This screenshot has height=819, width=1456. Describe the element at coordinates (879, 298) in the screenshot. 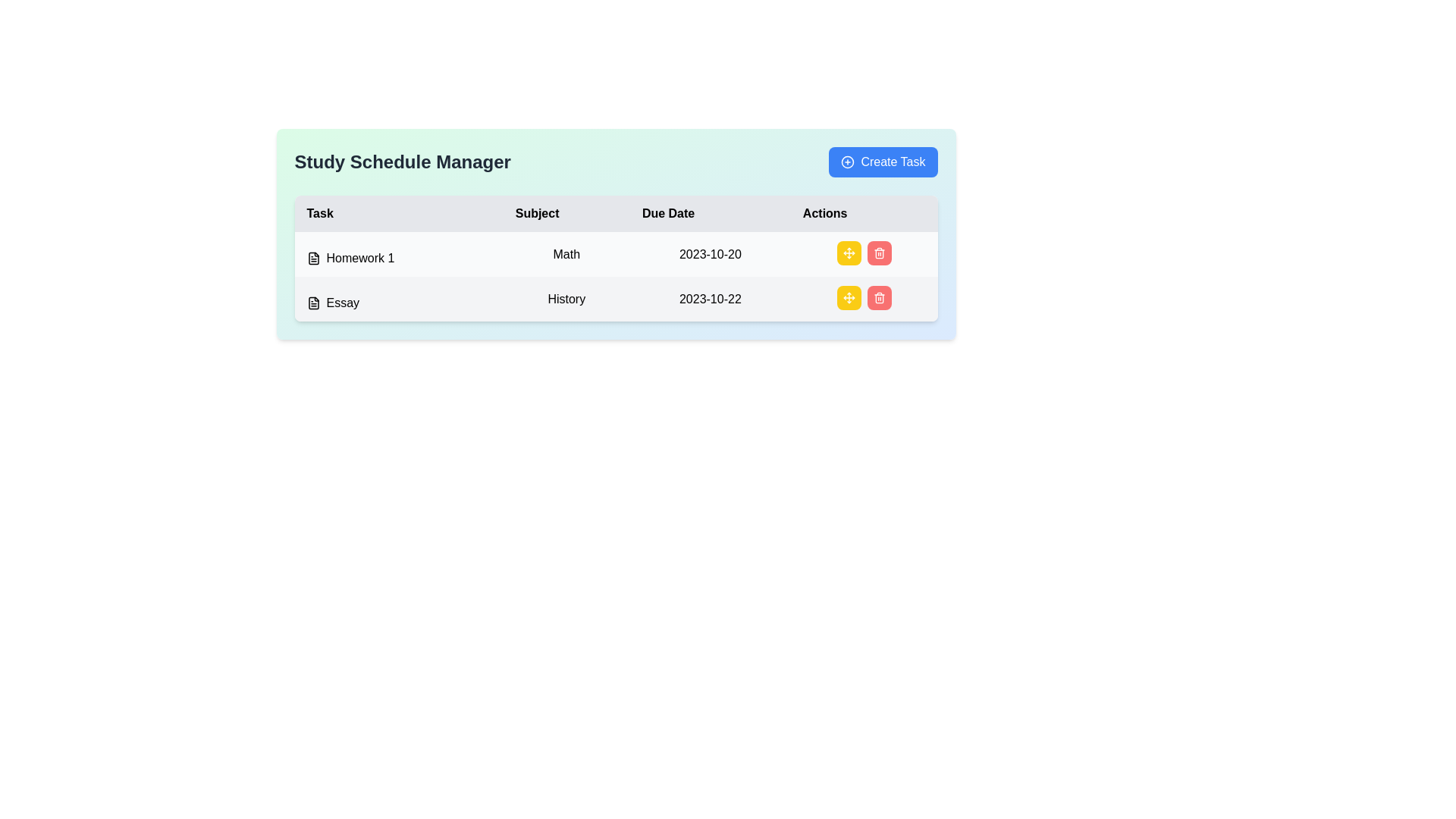

I see `the trash bin icon button, which is styled with a red circular background and white strokes, located in the second row of the Actions column` at that location.